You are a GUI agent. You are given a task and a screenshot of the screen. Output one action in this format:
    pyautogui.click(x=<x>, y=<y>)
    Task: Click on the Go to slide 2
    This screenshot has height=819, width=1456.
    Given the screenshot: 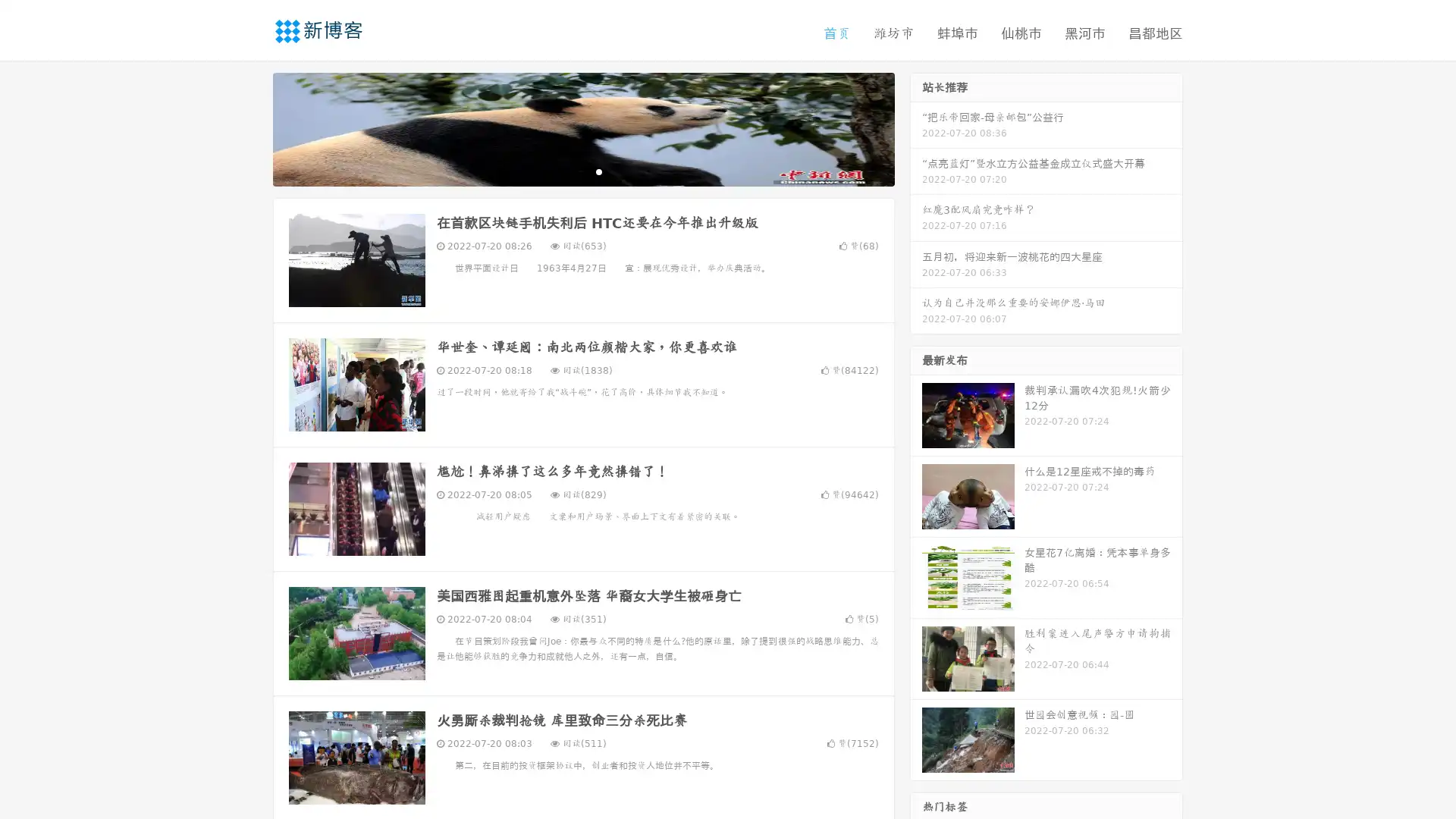 What is the action you would take?
    pyautogui.click(x=582, y=171)
    